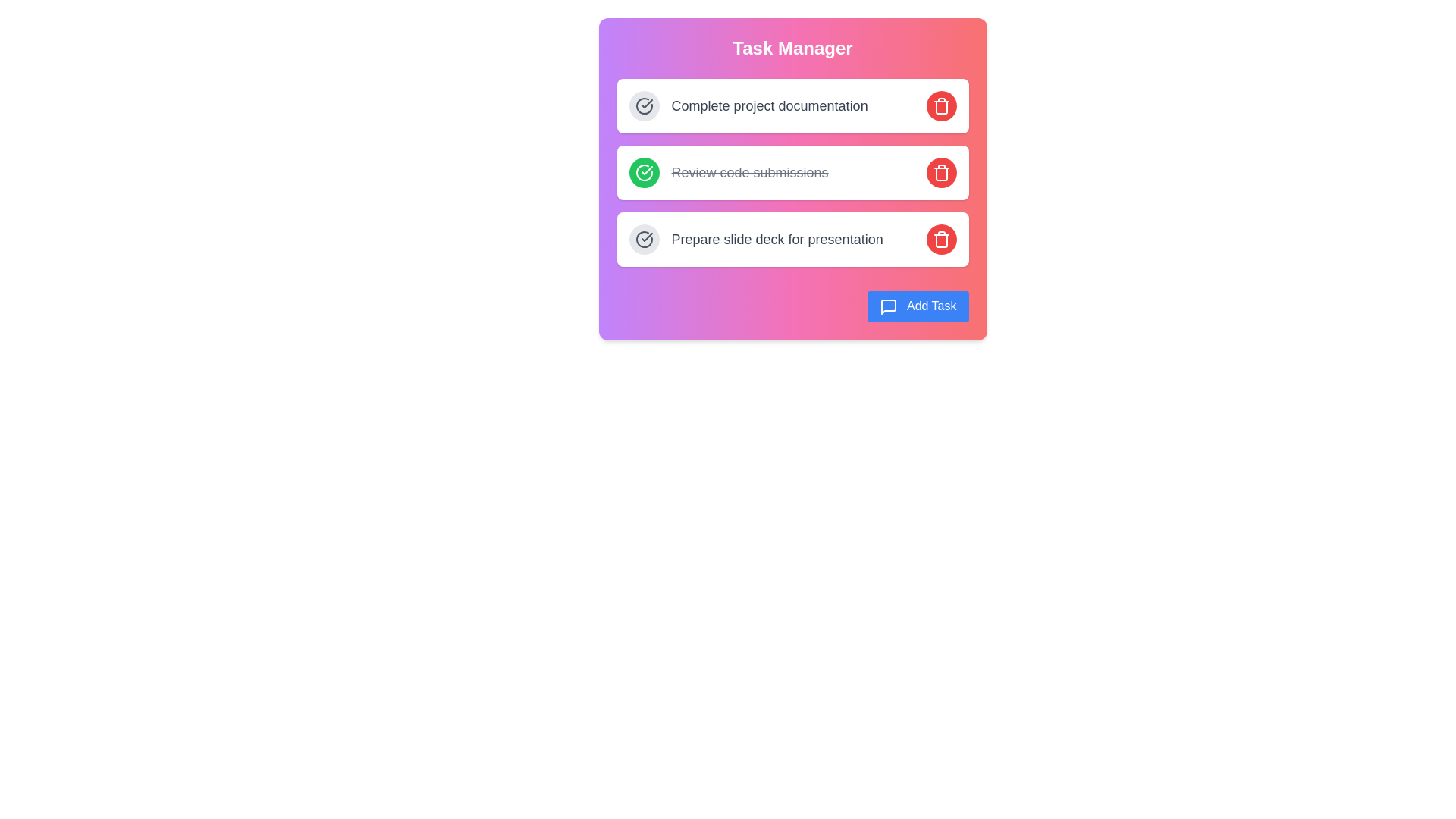  What do you see at coordinates (940, 174) in the screenshot?
I see `the red-colored trash can icon button located in the second list item of the 'Task Manager' section` at bounding box center [940, 174].